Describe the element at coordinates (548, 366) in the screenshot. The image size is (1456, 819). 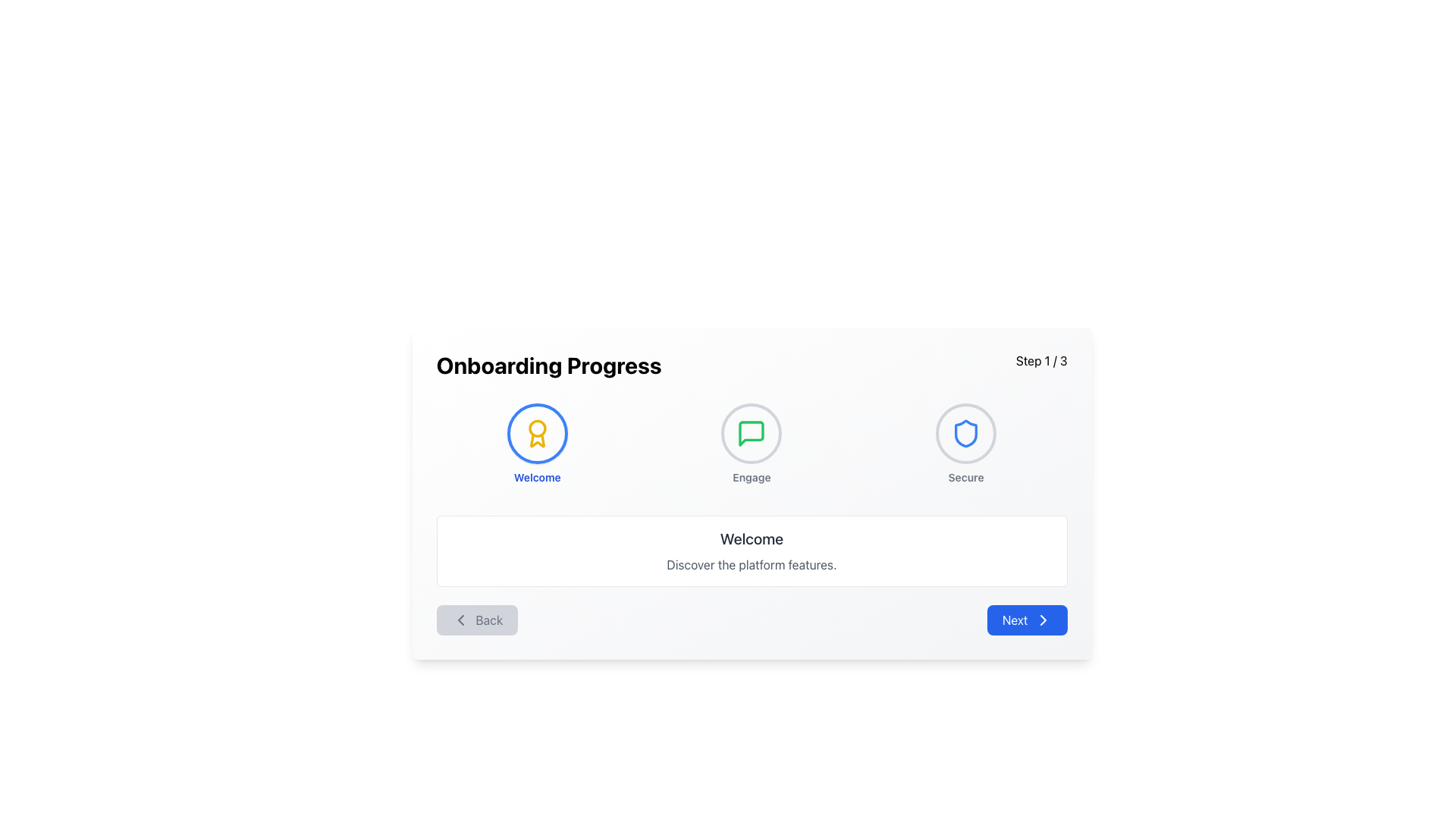
I see `text content of the label displaying 'Onboarding Progress', which is located at the top-left of its section` at that location.